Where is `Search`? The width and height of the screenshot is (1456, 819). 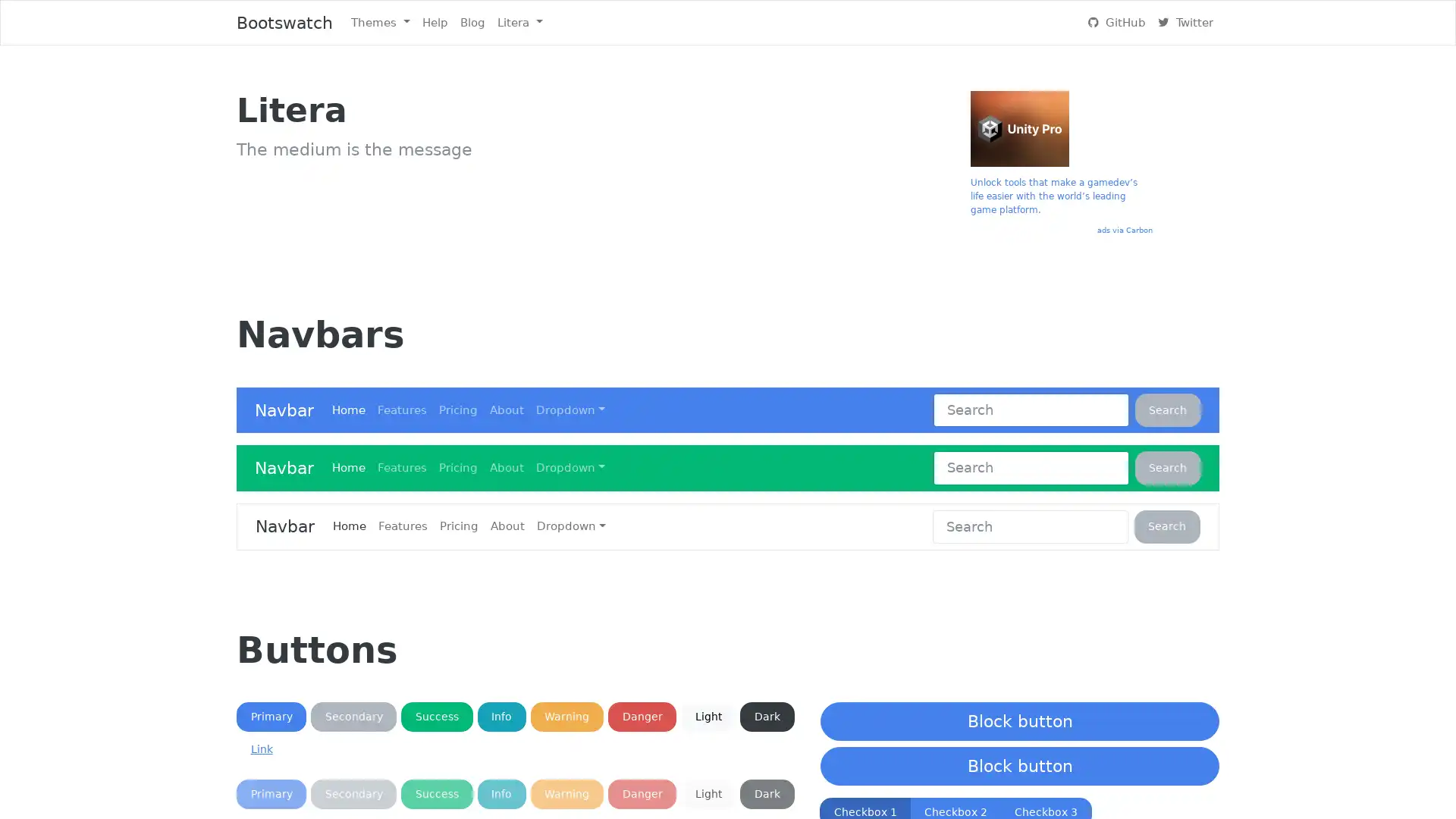
Search is located at coordinates (1167, 409).